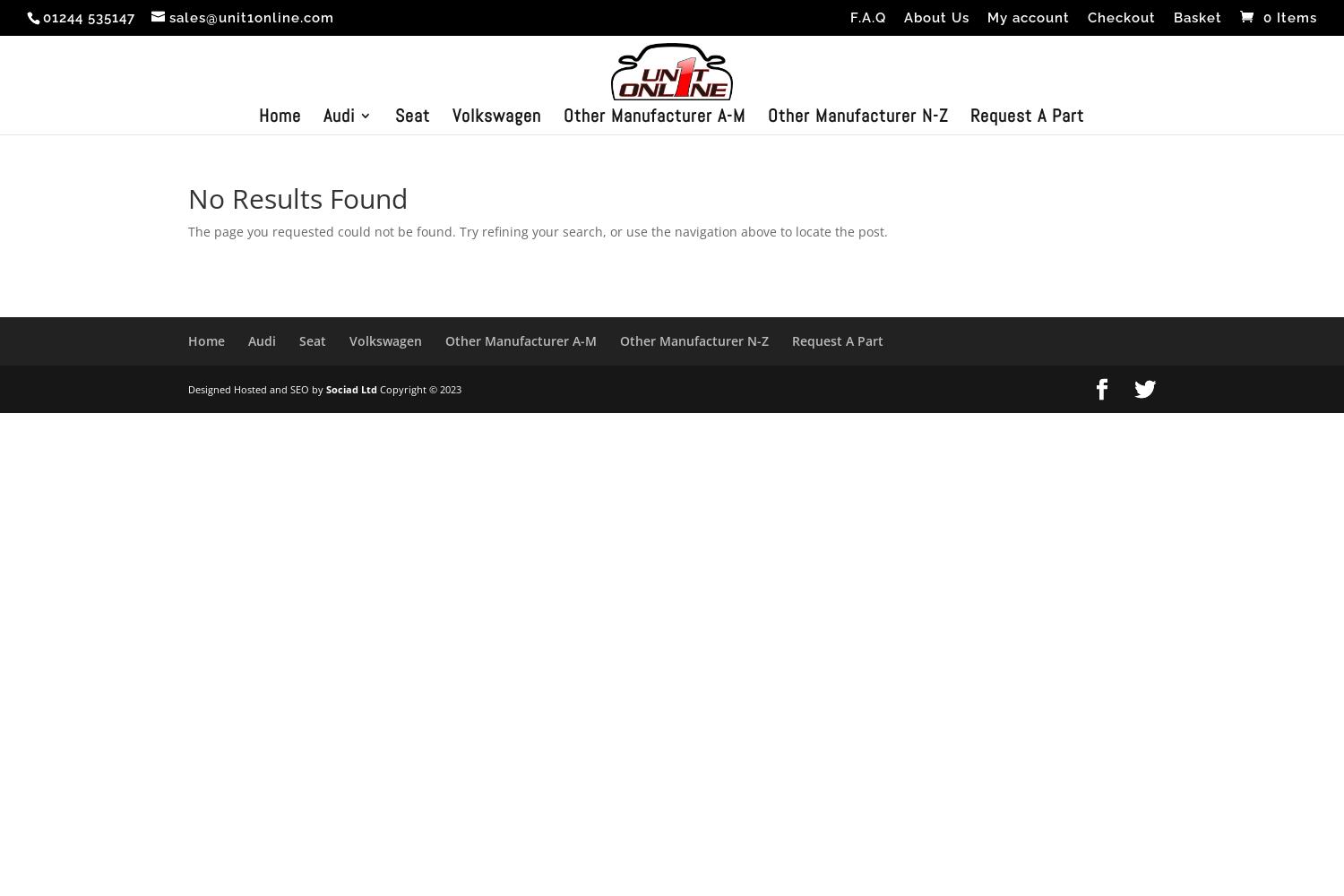 The width and height of the screenshot is (1344, 896). I want to click on 'A6', so click(367, 244).